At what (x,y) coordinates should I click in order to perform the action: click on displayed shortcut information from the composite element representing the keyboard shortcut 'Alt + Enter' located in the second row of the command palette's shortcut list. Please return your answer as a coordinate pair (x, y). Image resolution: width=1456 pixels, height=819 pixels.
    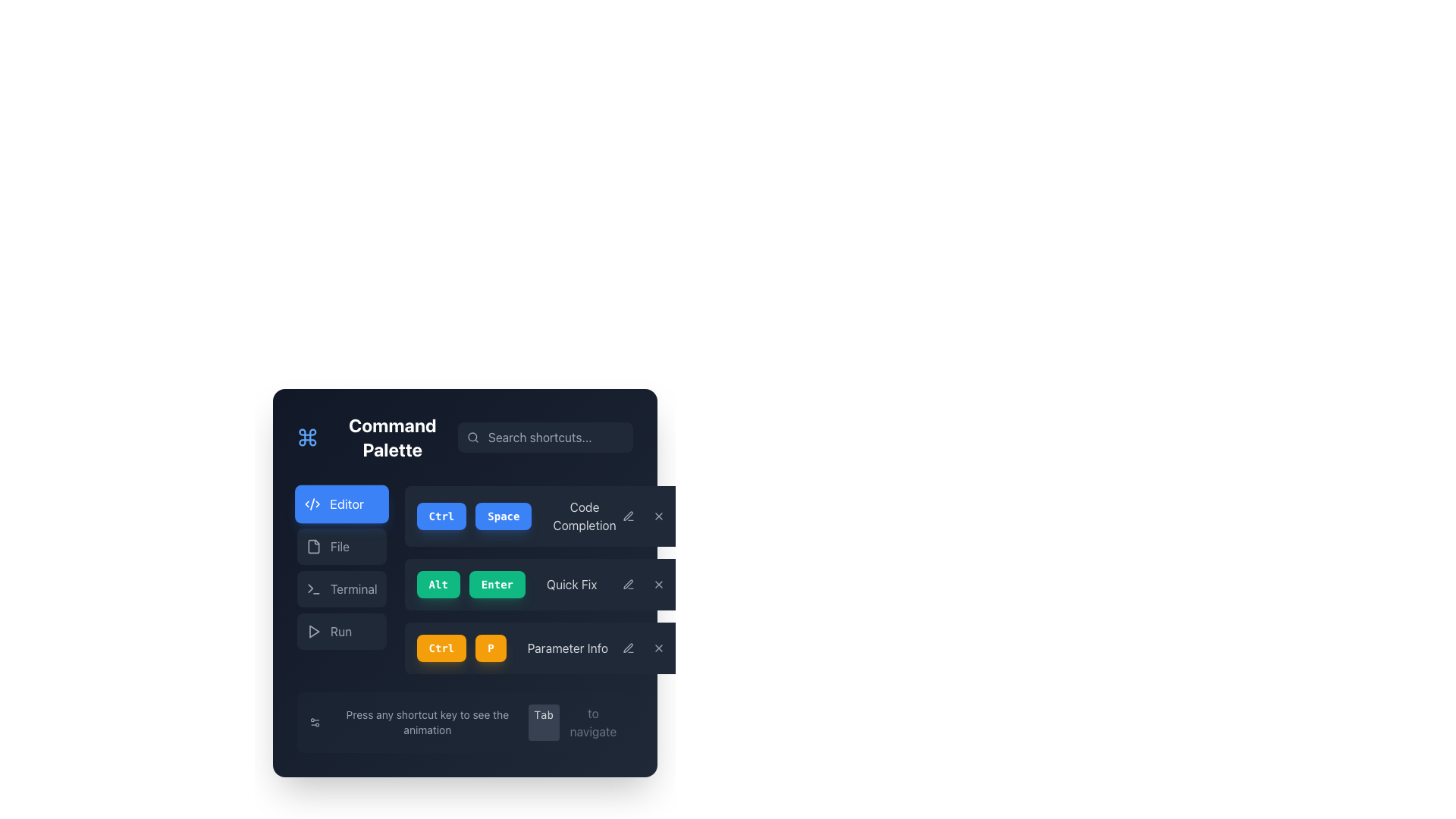
    Looking at the image, I should click on (507, 584).